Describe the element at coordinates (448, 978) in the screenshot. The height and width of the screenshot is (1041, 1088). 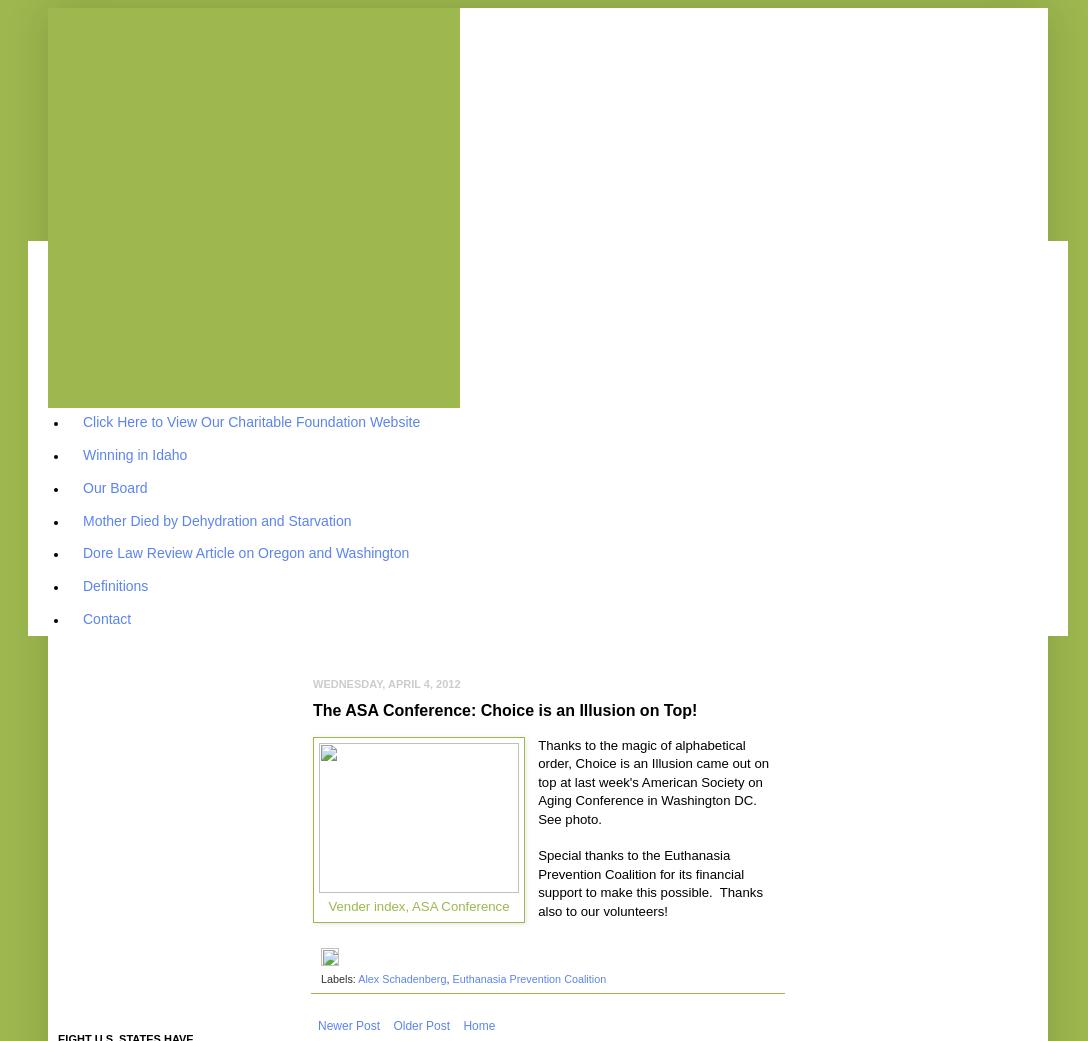
I see `','` at that location.